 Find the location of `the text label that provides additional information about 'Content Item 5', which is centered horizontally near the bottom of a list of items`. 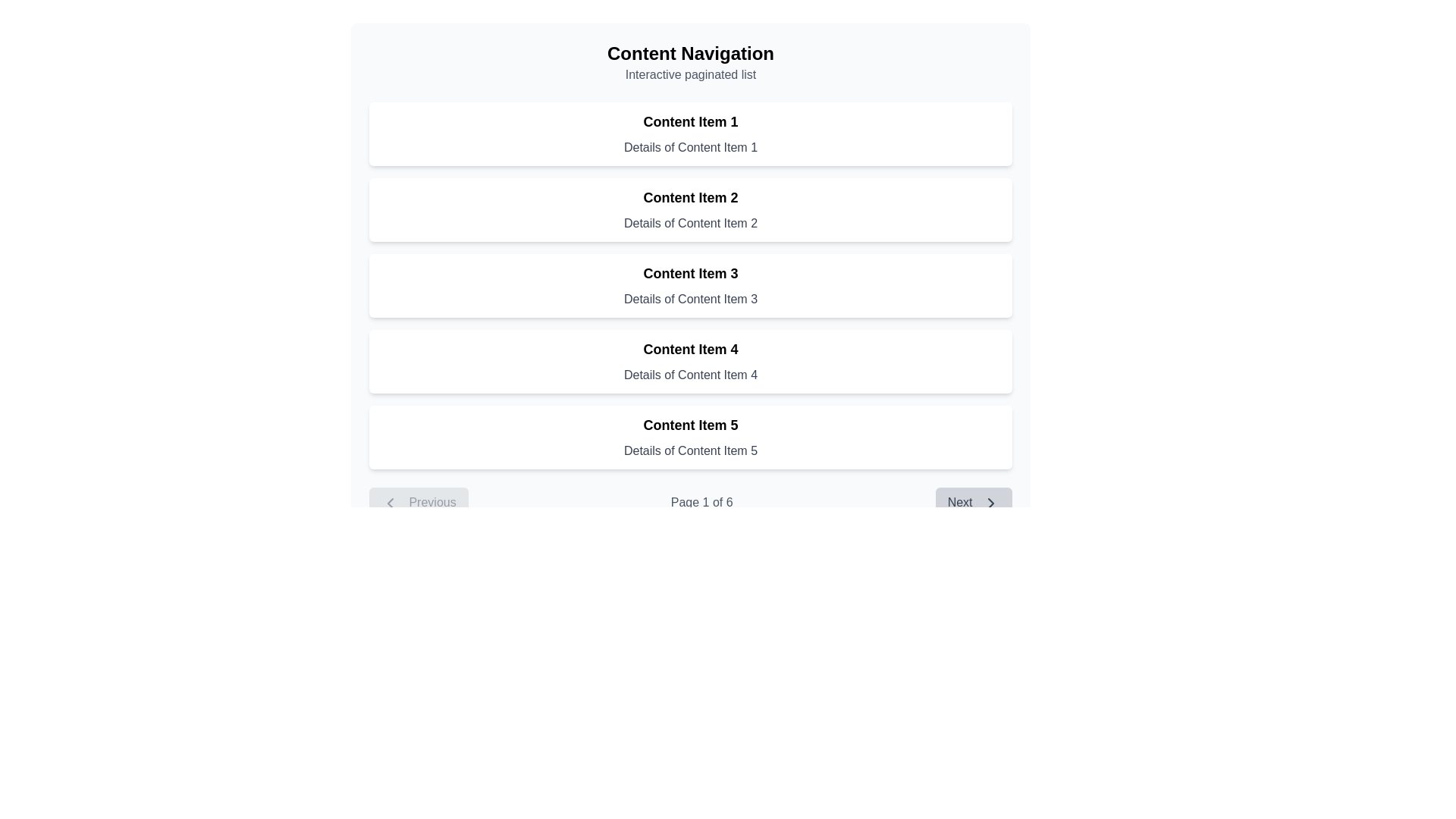

the text label that provides additional information about 'Content Item 5', which is centered horizontally near the bottom of a list of items is located at coordinates (690, 450).